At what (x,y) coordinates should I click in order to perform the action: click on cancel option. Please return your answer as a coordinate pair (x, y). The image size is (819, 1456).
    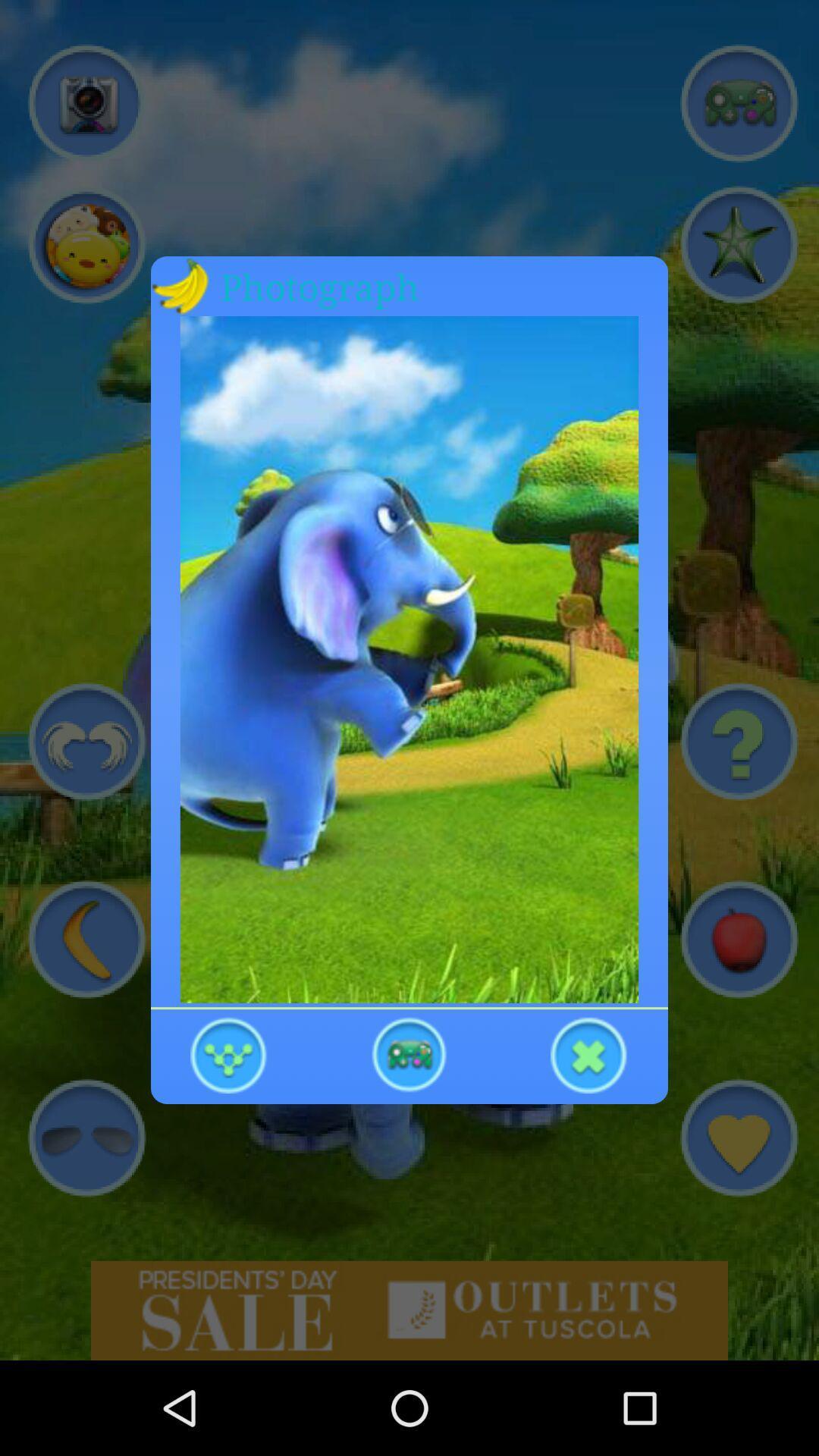
    Looking at the image, I should click on (588, 1053).